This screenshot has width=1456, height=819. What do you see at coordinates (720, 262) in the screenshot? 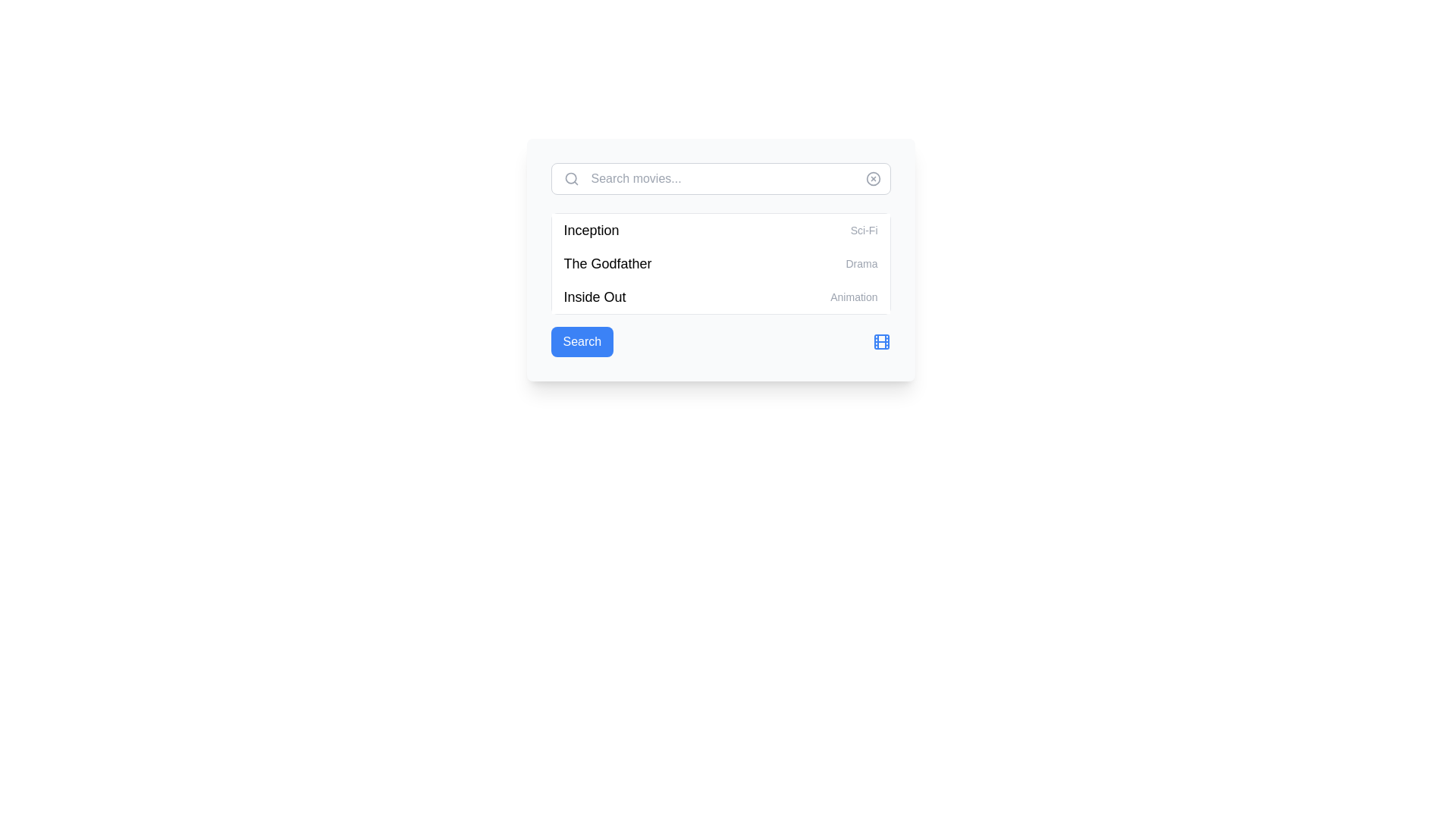
I see `the second list item in the movie entries, which displays 'The Godfather' in bold and 'Drama' in a smaller gray font` at bounding box center [720, 262].